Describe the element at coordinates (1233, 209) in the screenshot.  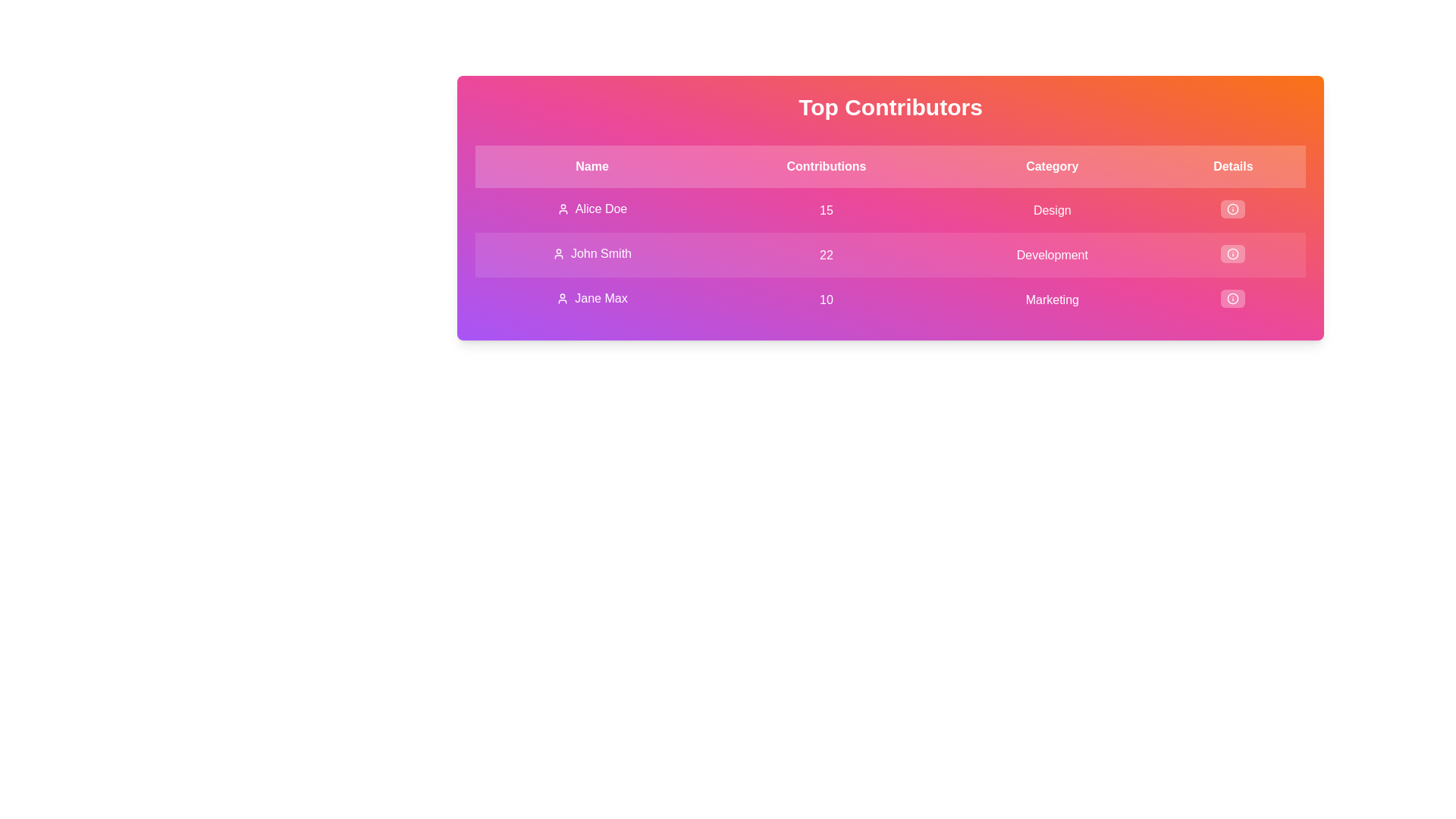
I see `the circular button with a centered dot located in the 'Details' column of the table under 'Top Contributors'` at that location.